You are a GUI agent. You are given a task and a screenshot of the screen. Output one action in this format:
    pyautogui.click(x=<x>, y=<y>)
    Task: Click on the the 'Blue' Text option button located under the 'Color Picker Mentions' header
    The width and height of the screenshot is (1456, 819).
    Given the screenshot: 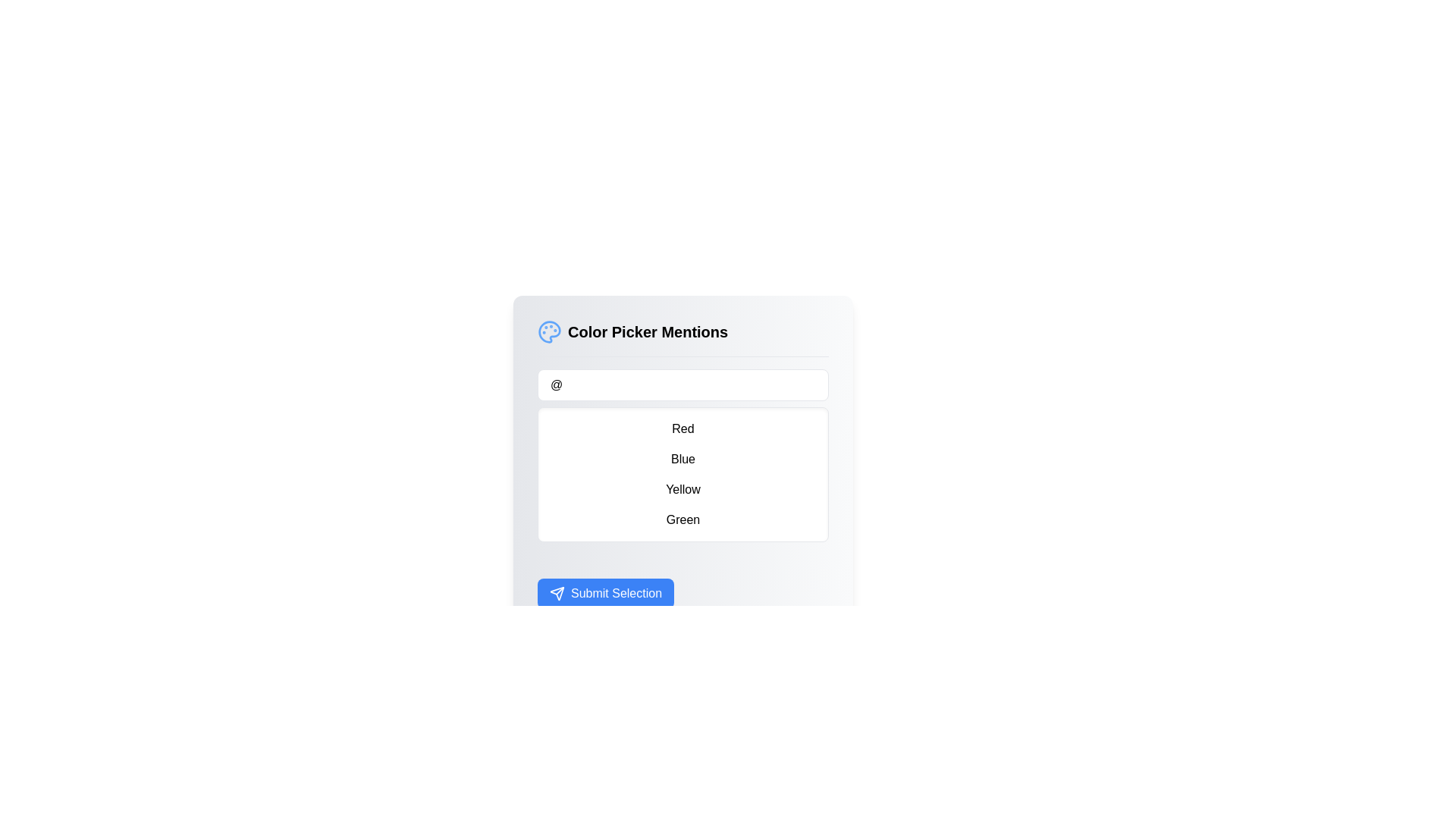 What is the action you would take?
    pyautogui.click(x=682, y=458)
    